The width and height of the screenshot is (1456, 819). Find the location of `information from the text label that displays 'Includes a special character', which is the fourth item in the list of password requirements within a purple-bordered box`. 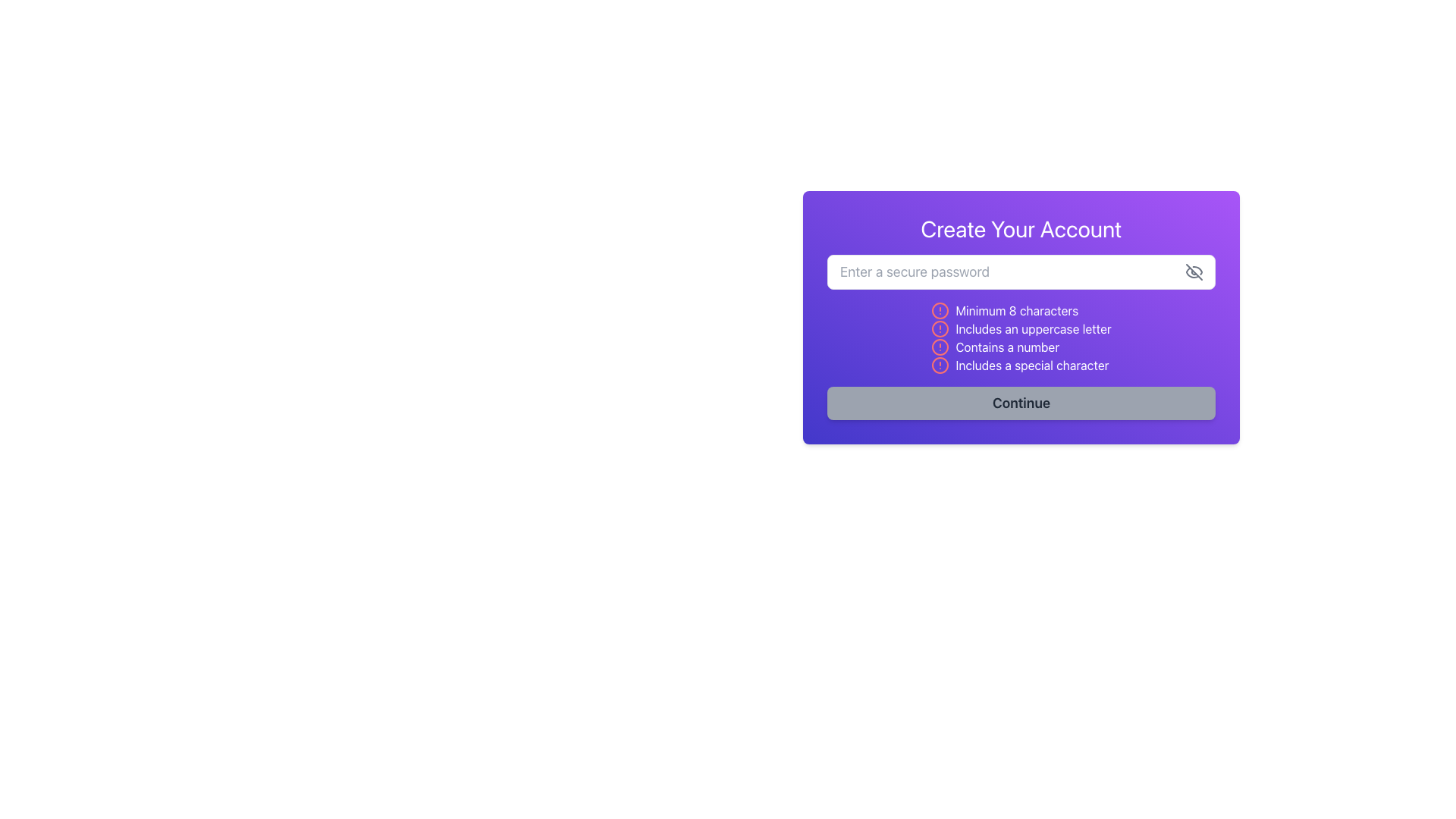

information from the text label that displays 'Includes a special character', which is the fourth item in the list of password requirements within a purple-bordered box is located at coordinates (1031, 366).